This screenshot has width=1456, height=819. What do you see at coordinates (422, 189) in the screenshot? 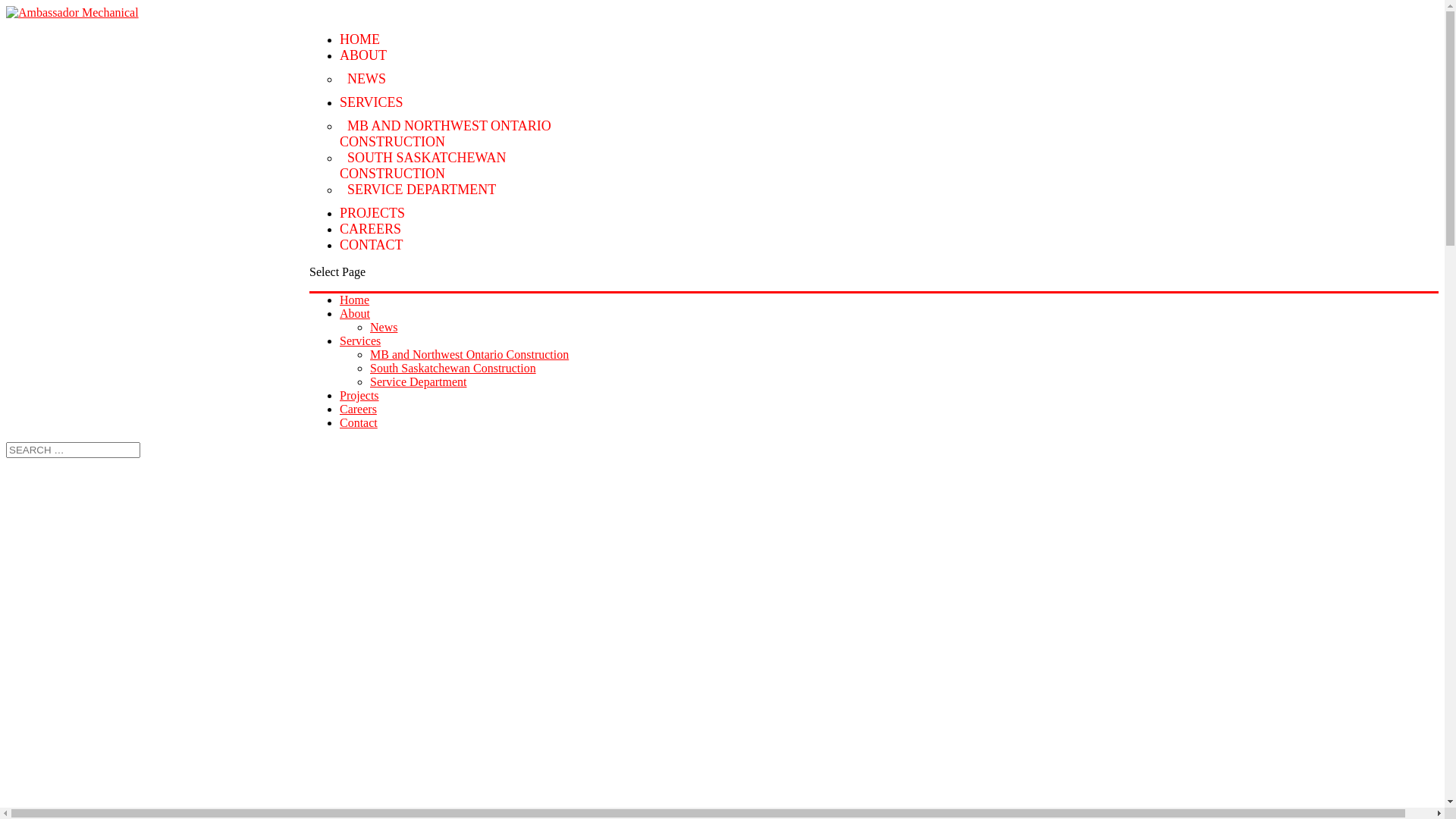
I see `'SERVICE DEPARTMENT'` at bounding box center [422, 189].